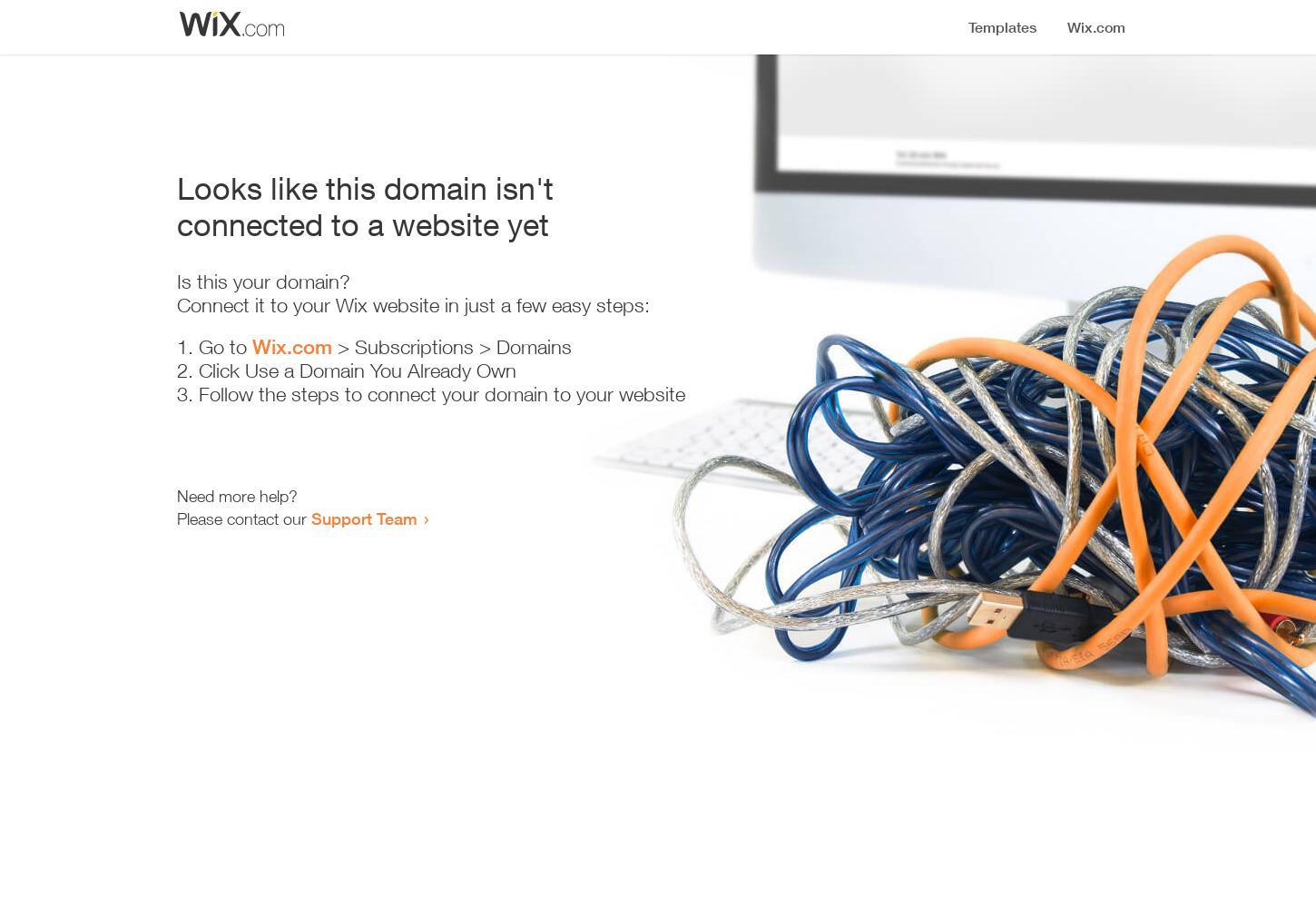 Image resolution: width=1316 pixels, height=908 pixels. Describe the element at coordinates (225, 347) in the screenshot. I see `'Go to'` at that location.